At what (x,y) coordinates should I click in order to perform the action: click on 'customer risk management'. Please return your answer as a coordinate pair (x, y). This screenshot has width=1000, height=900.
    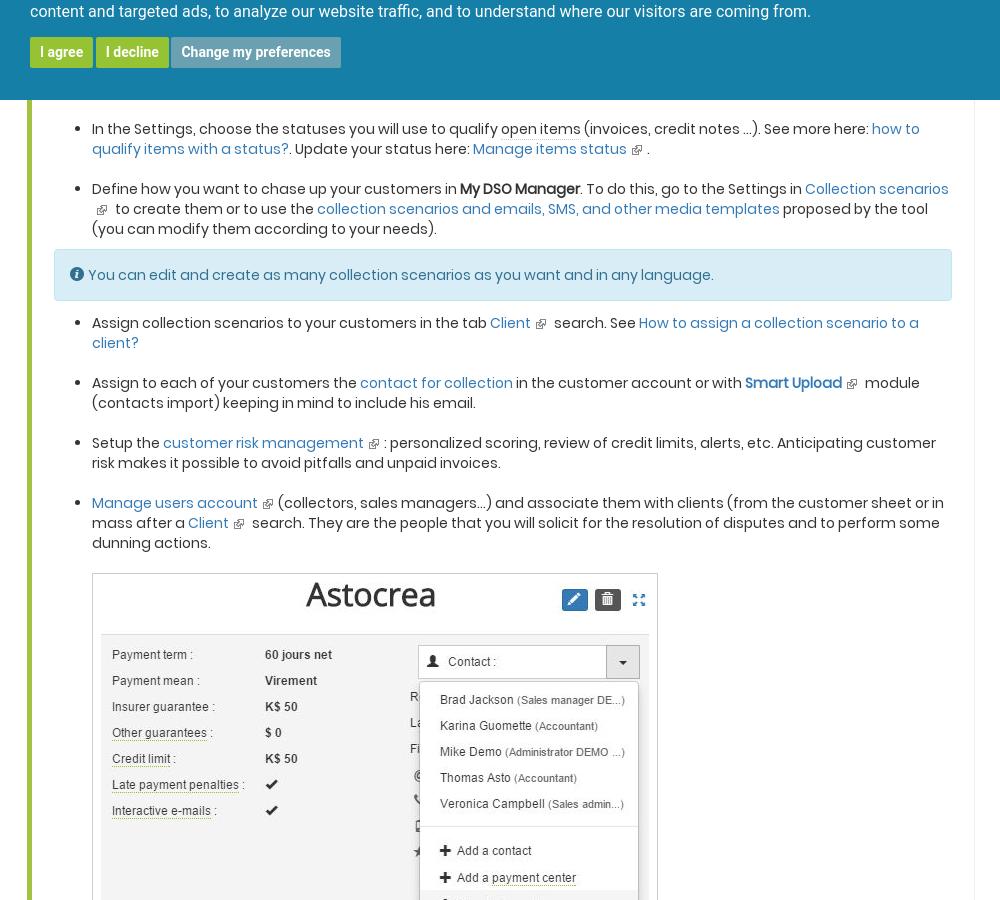
    Looking at the image, I should click on (263, 442).